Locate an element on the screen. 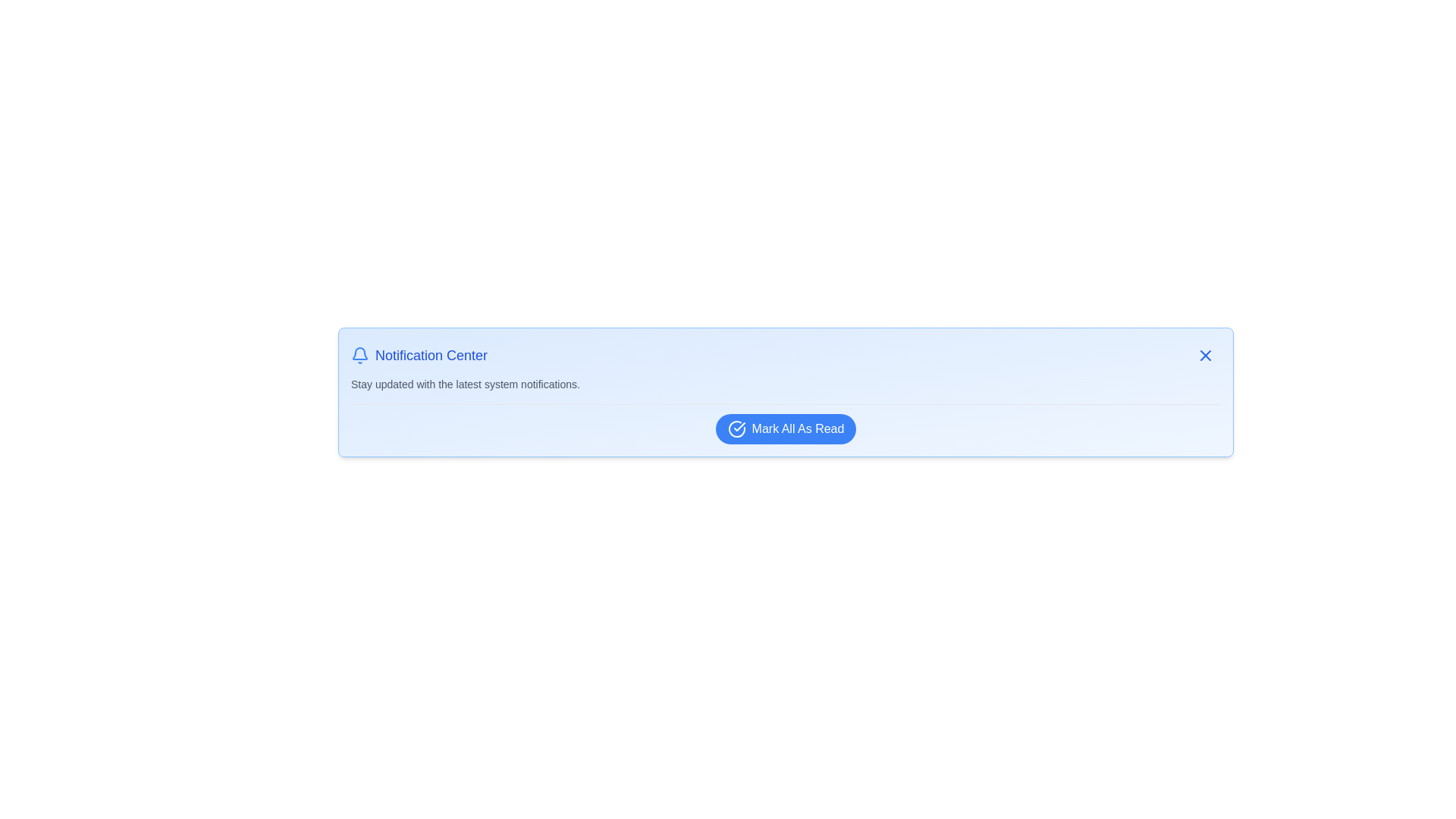  the bell icon which indicates notifications and is located to the left of the 'Notification Center' text in the notification card is located at coordinates (359, 356).